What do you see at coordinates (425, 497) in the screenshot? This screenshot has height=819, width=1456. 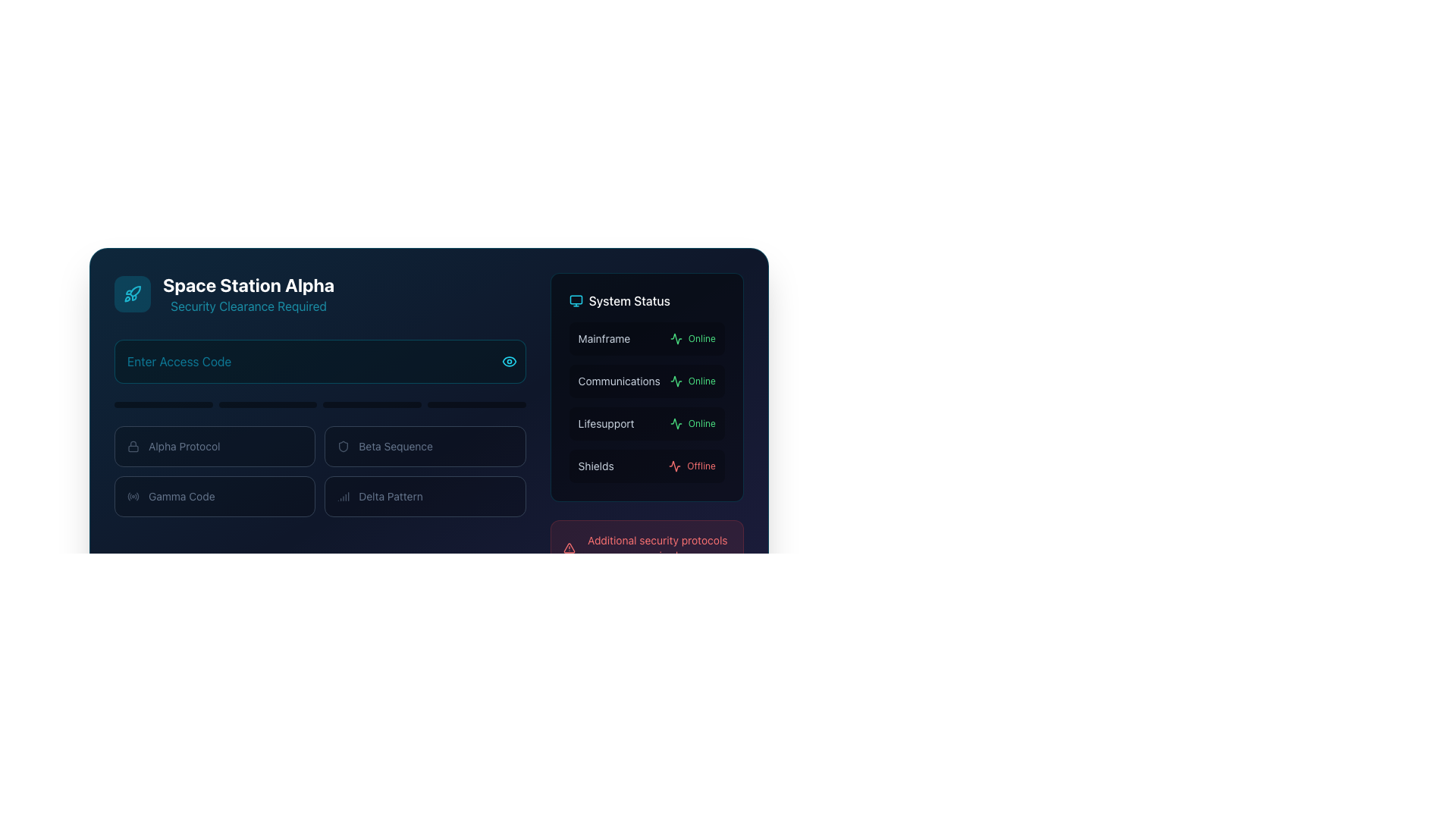 I see `the interactive card or selector for 'Delta Pattern' located in the lower-right corner of the 2x2 grid layout under the title 'Space Station Alpha'` at bounding box center [425, 497].